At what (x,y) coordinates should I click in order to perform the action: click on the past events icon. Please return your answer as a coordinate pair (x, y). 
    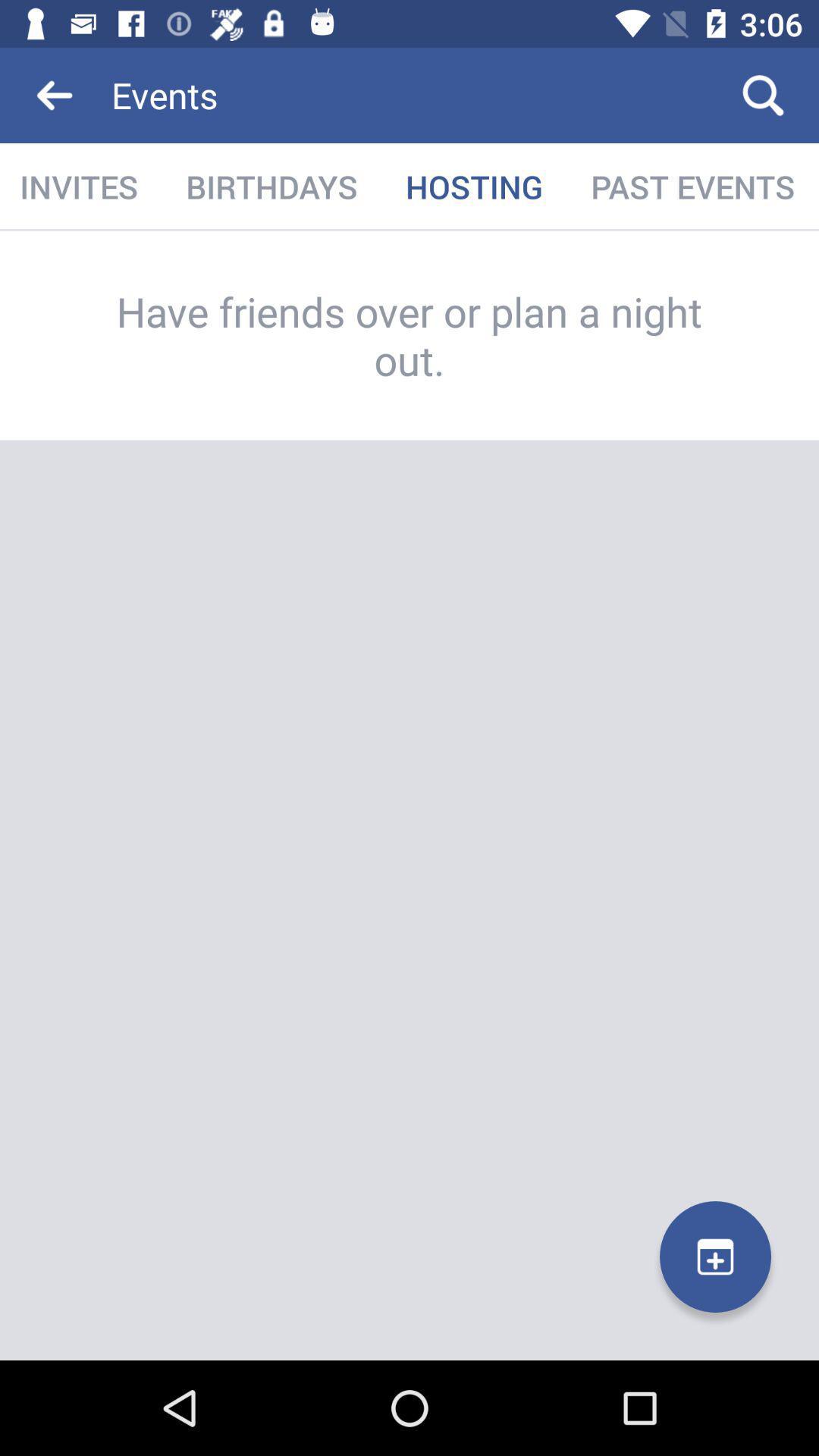
    Looking at the image, I should click on (692, 186).